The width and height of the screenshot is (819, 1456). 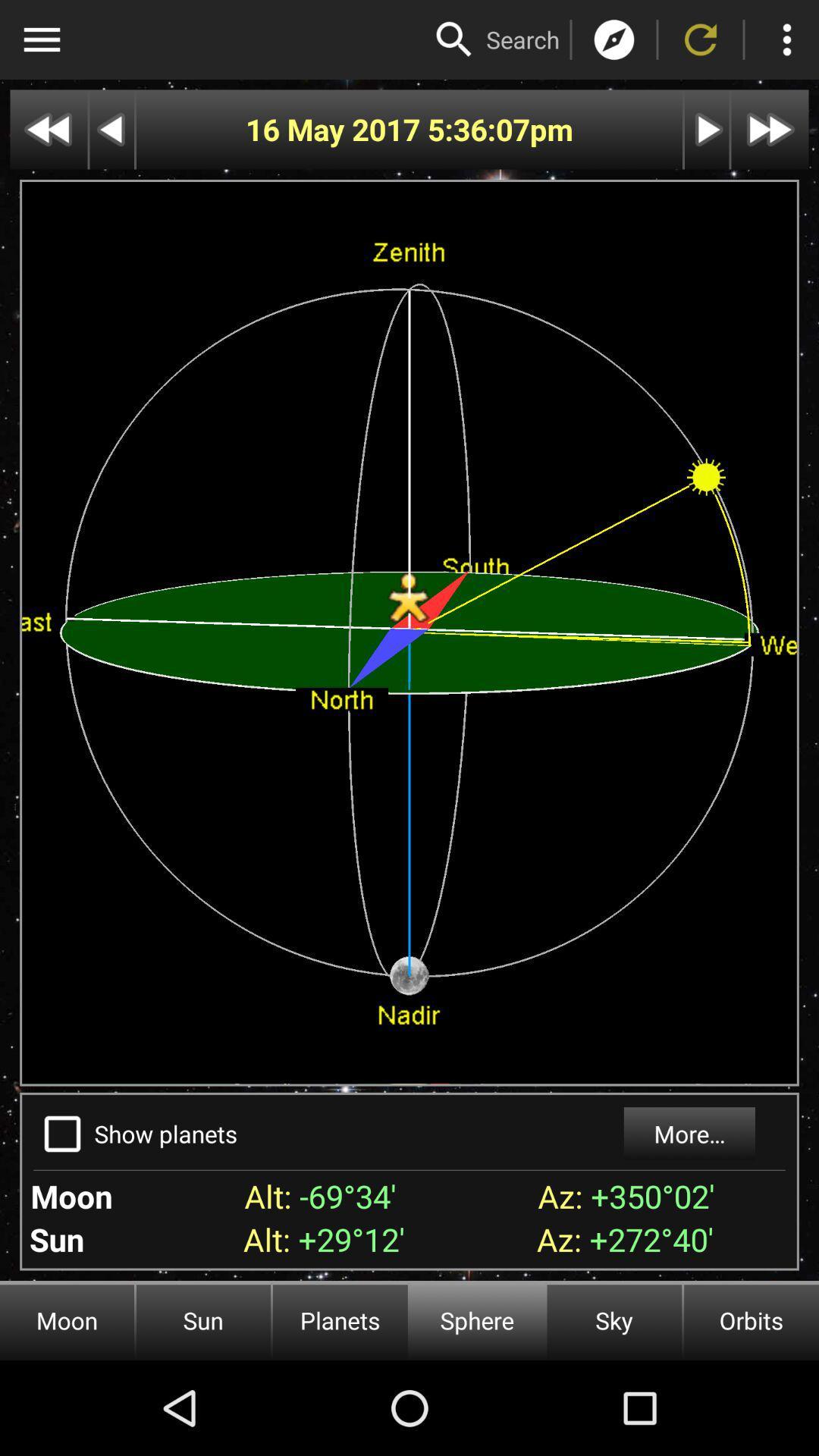 I want to click on the search icon, so click(x=453, y=39).